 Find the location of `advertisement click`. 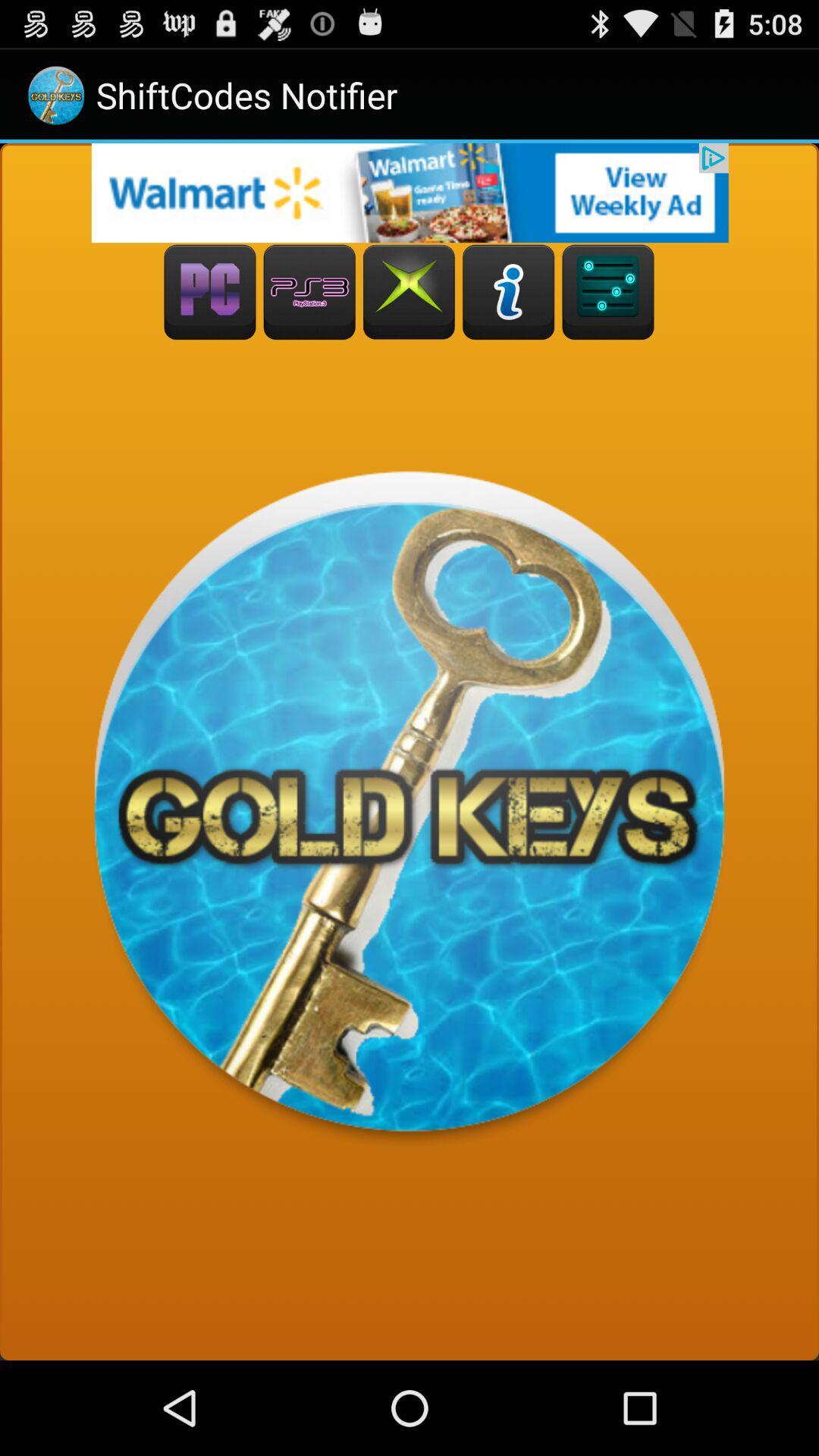

advertisement click is located at coordinates (409, 192).